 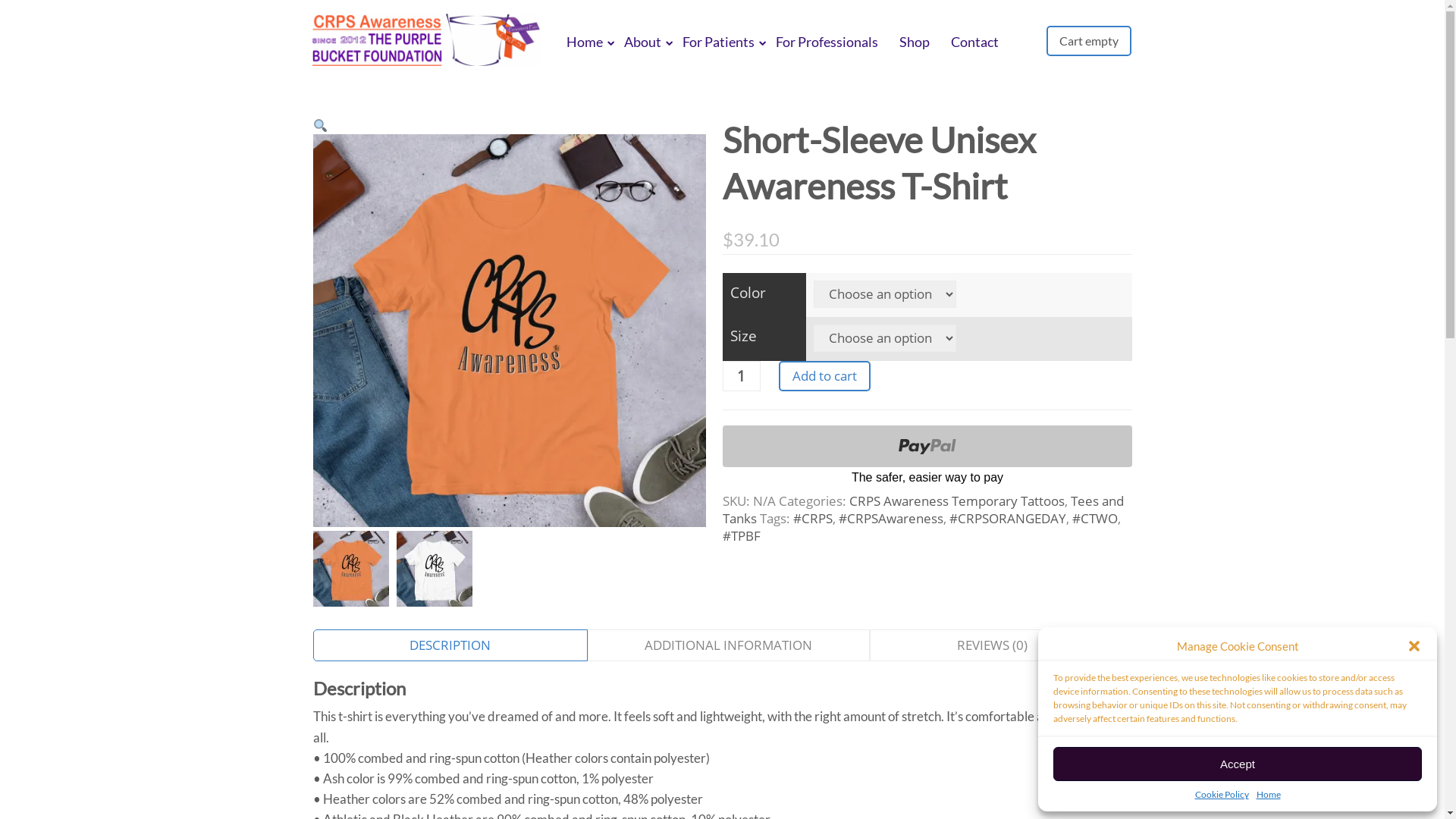 I want to click on 'Cookie Policy', so click(x=1194, y=793).